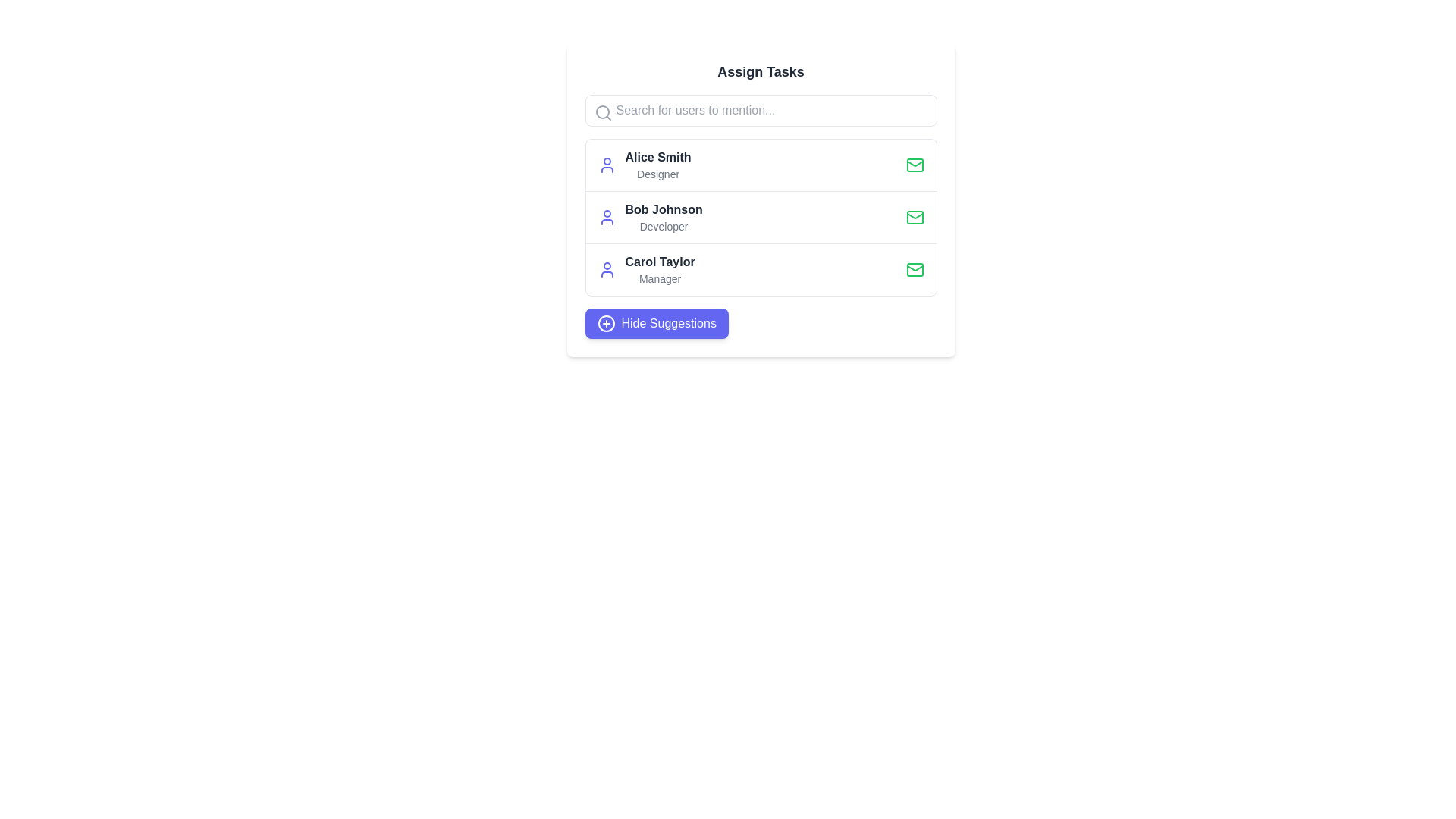 The image size is (1456, 819). Describe the element at coordinates (914, 165) in the screenshot. I see `green mail envelope icon representing 'Bob Johnson', located in the rightmost position of the second row in a vertically aligned user list` at that location.